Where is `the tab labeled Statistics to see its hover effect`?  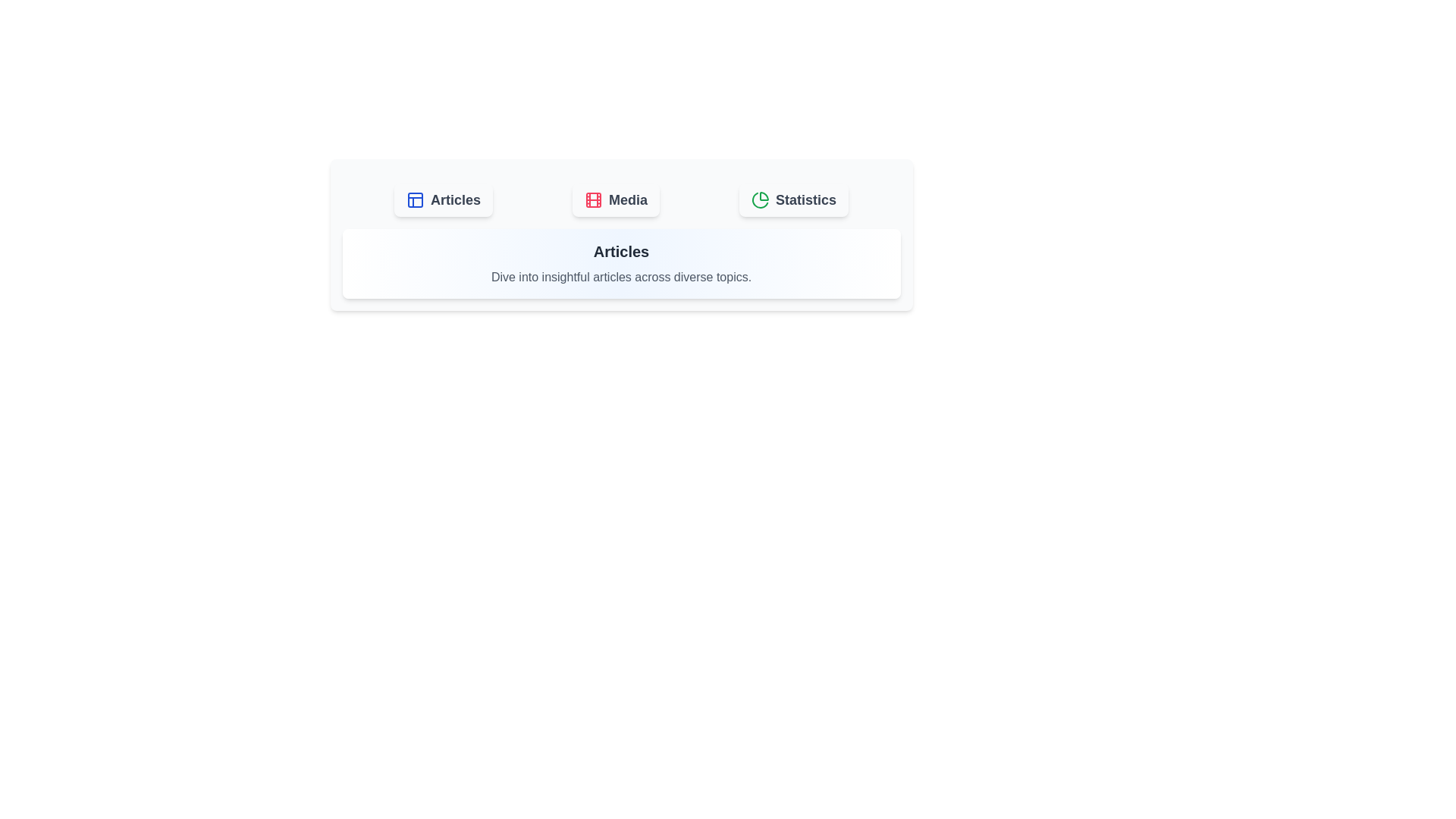
the tab labeled Statistics to see its hover effect is located at coordinates (792, 199).